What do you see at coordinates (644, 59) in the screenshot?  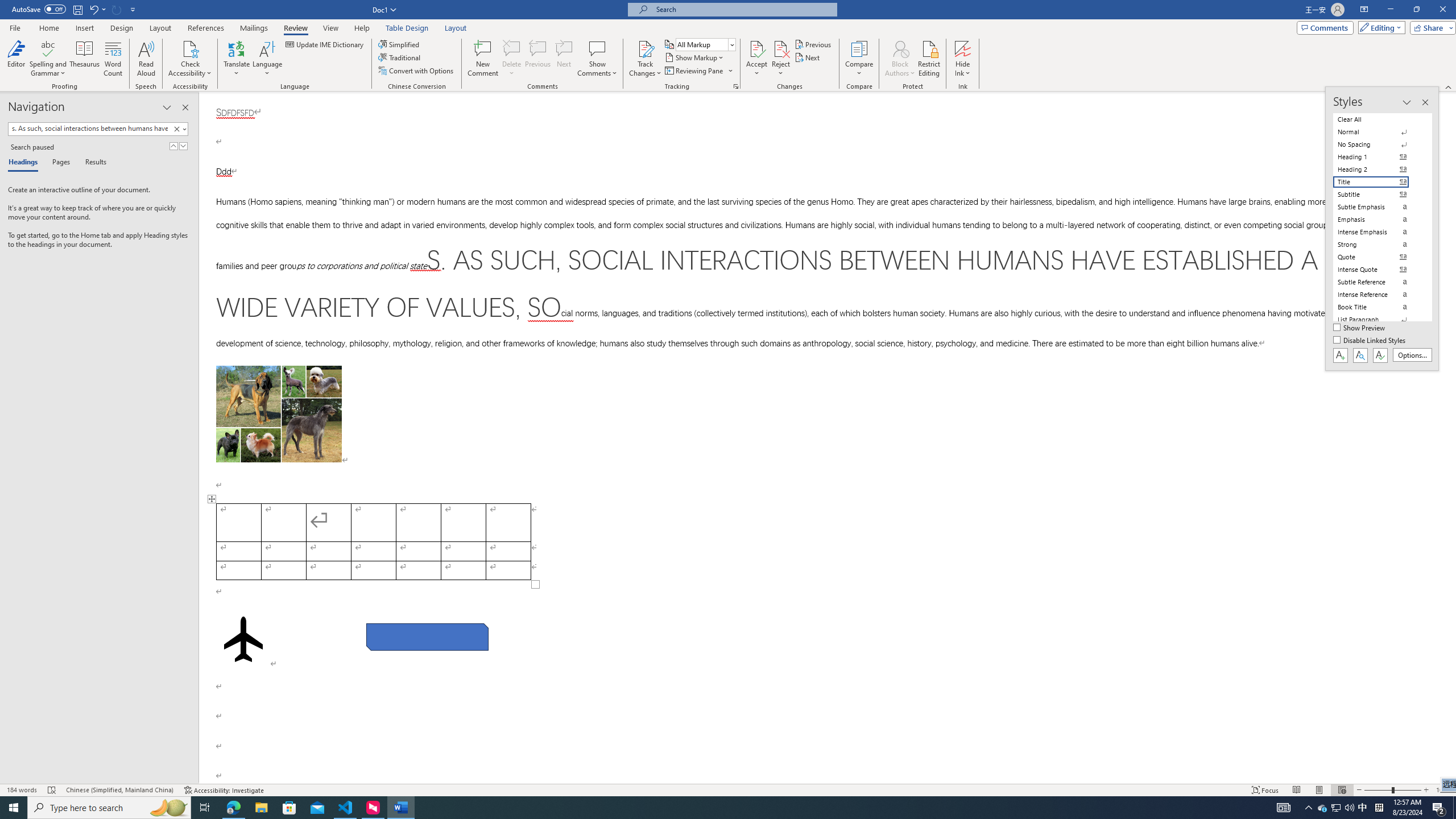 I see `'Track Changes'` at bounding box center [644, 59].